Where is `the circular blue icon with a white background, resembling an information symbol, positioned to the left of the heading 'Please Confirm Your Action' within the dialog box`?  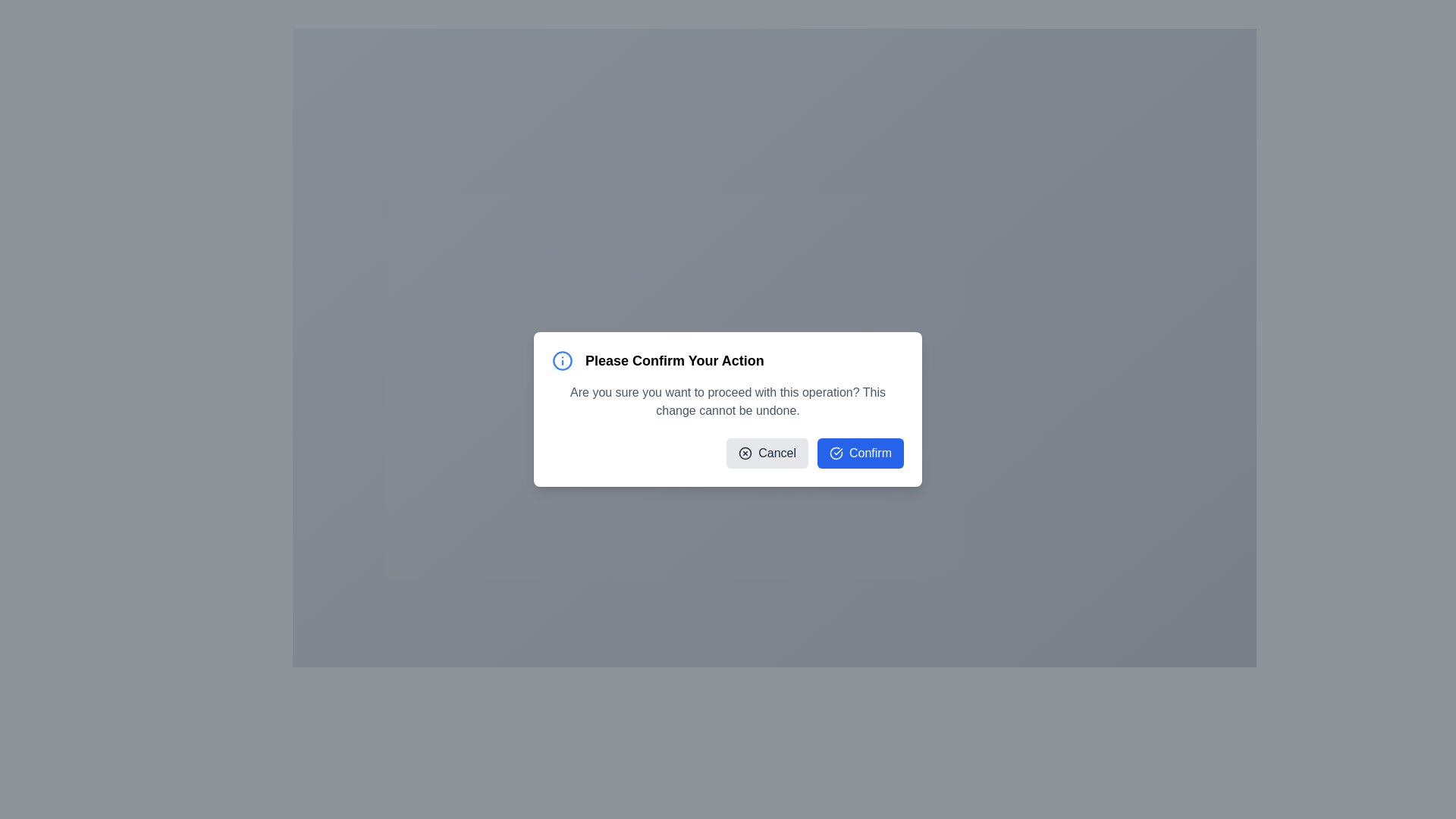
the circular blue icon with a white background, resembling an information symbol, positioned to the left of the heading 'Please Confirm Your Action' within the dialog box is located at coordinates (562, 360).